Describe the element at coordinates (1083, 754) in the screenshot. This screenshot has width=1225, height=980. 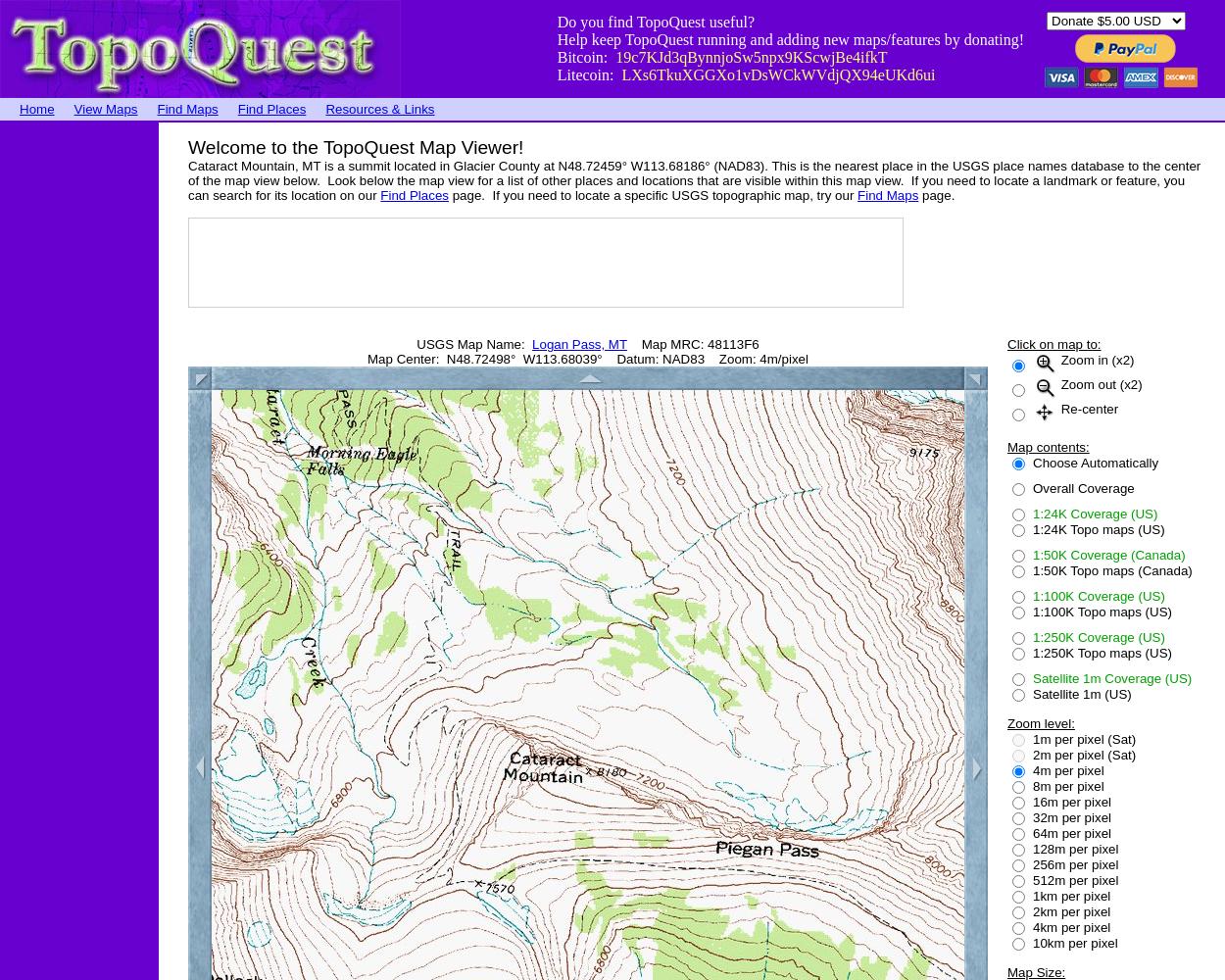
I see `'2m per pixel (Sat)'` at that location.